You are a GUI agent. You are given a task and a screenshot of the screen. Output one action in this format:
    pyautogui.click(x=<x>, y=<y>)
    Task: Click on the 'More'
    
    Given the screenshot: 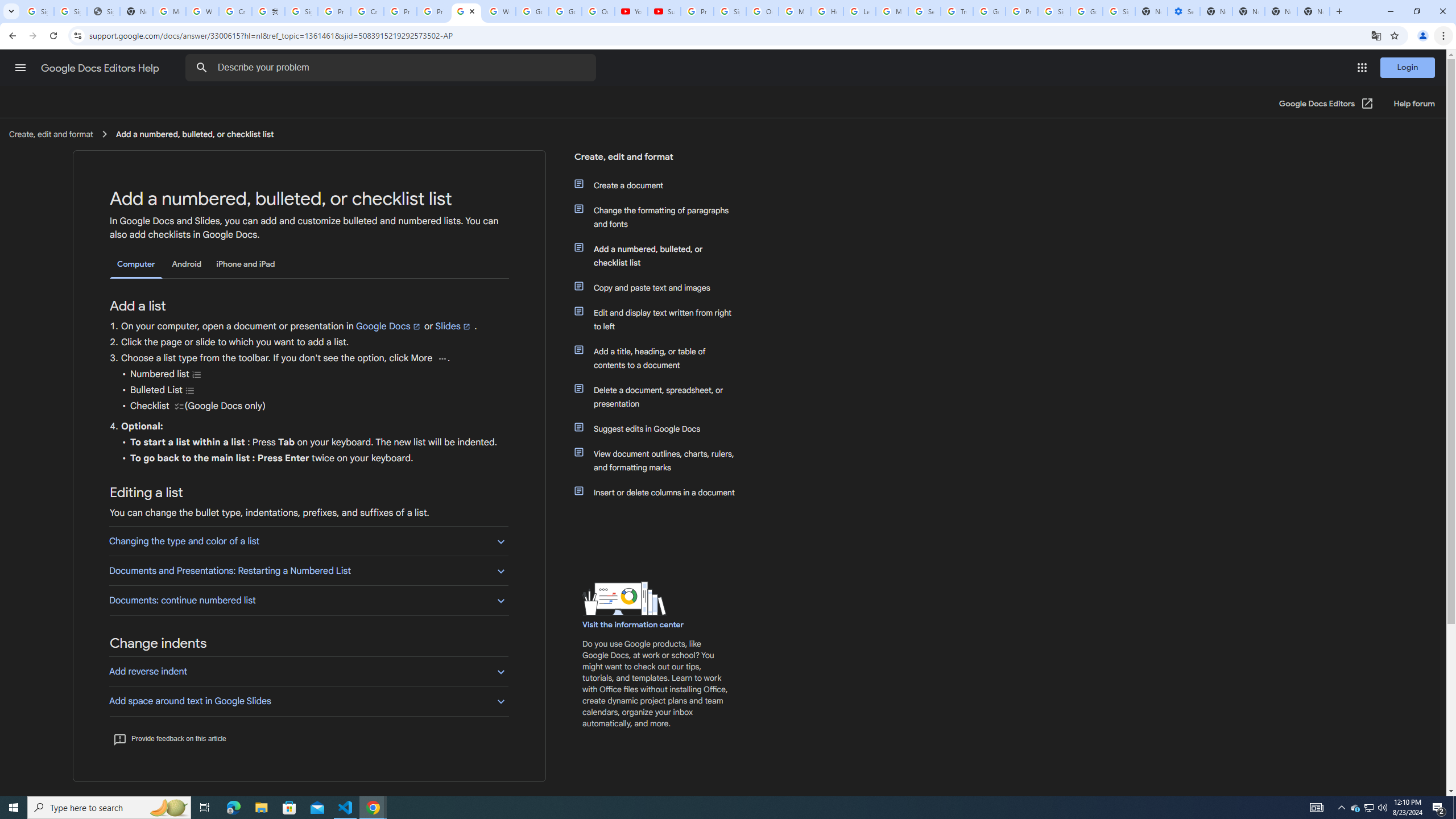 What is the action you would take?
    pyautogui.click(x=441, y=358)
    